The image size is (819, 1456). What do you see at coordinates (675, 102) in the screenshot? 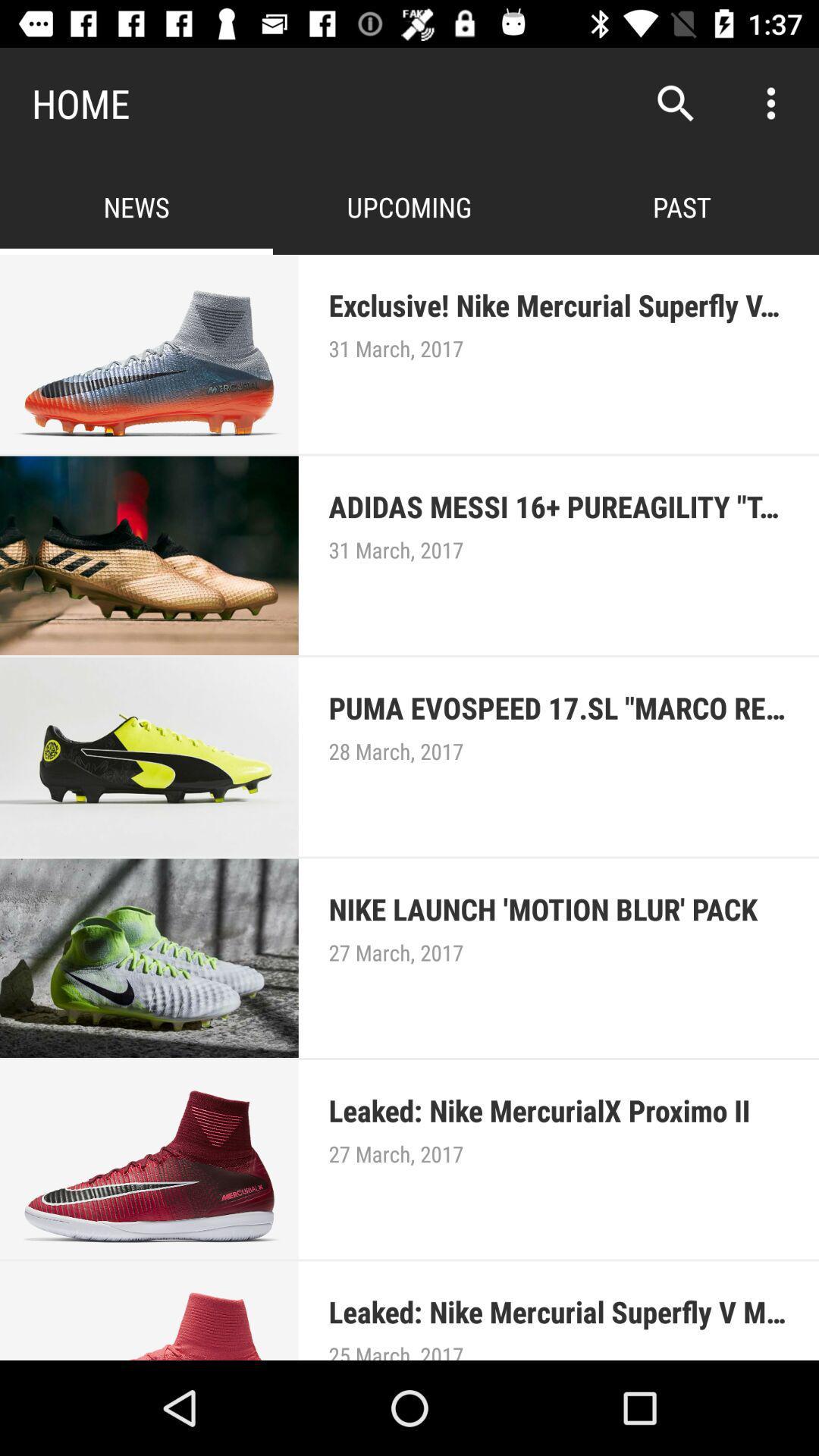
I see `the icon to the right of the home` at bounding box center [675, 102].